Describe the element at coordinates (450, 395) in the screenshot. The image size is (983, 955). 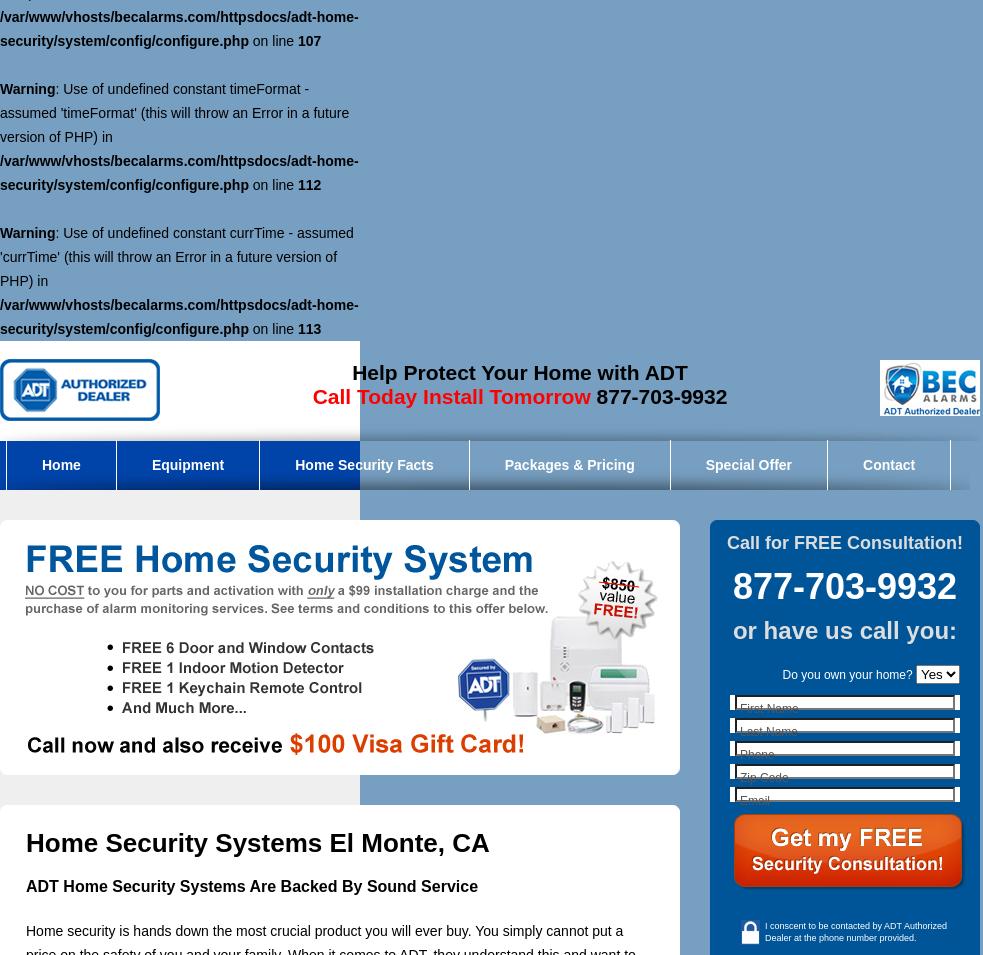
I see `'Call Today Install Tomorrow'` at that location.